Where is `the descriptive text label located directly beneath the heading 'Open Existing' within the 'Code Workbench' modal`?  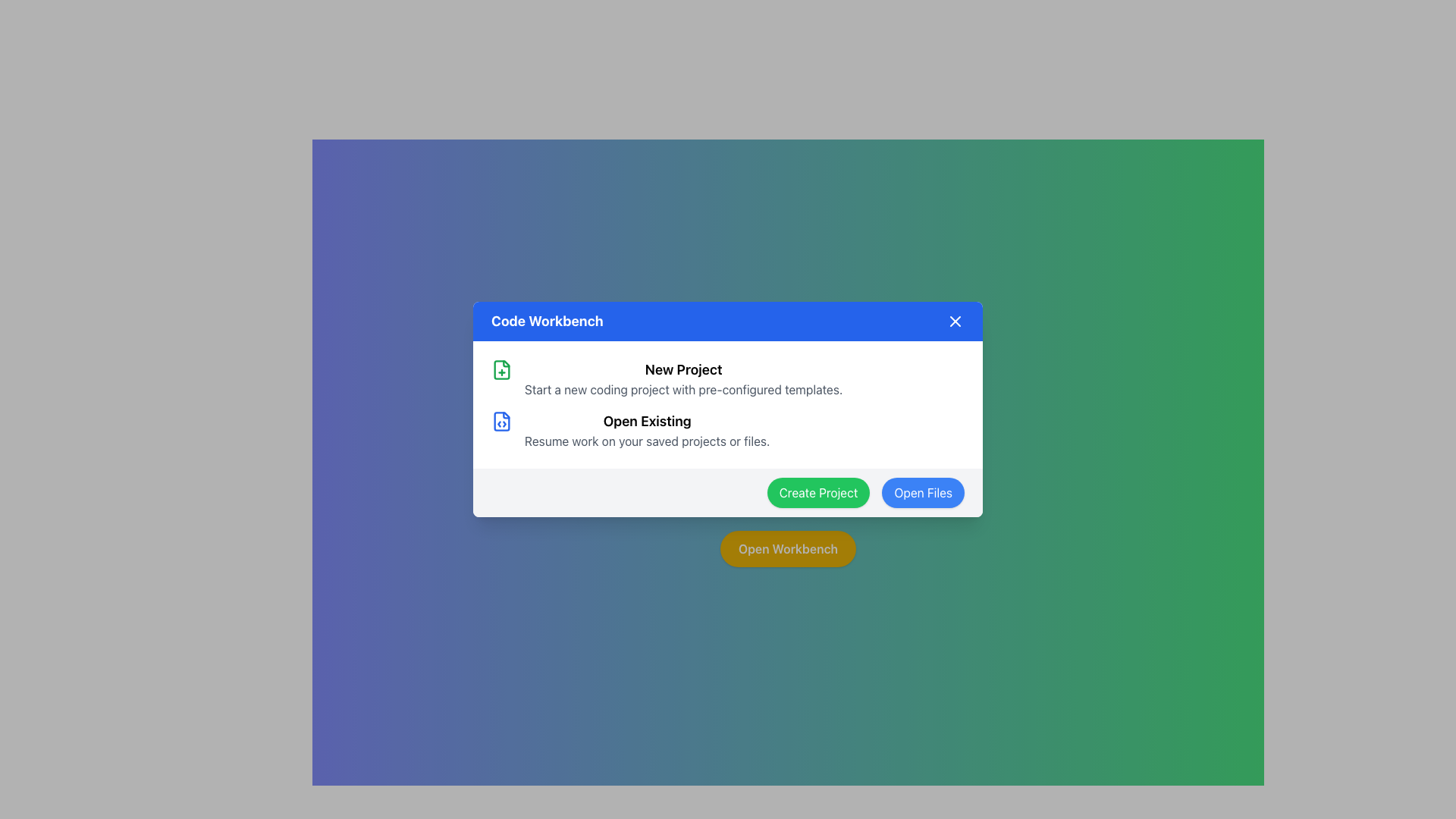
the descriptive text label located directly beneath the heading 'Open Existing' within the 'Code Workbench' modal is located at coordinates (647, 441).